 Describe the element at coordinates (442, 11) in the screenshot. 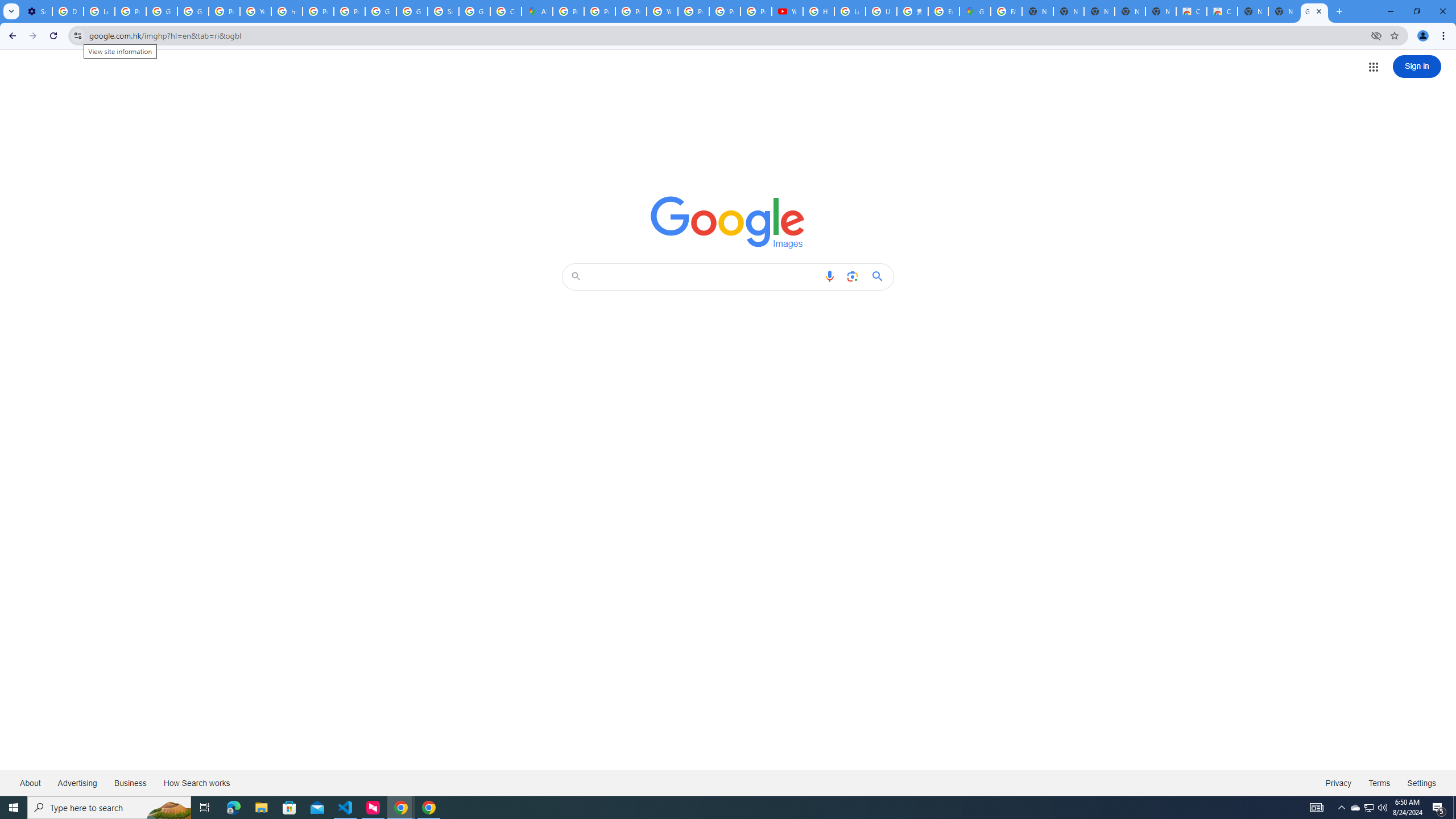

I see `'Sign in - Google Accounts'` at that location.